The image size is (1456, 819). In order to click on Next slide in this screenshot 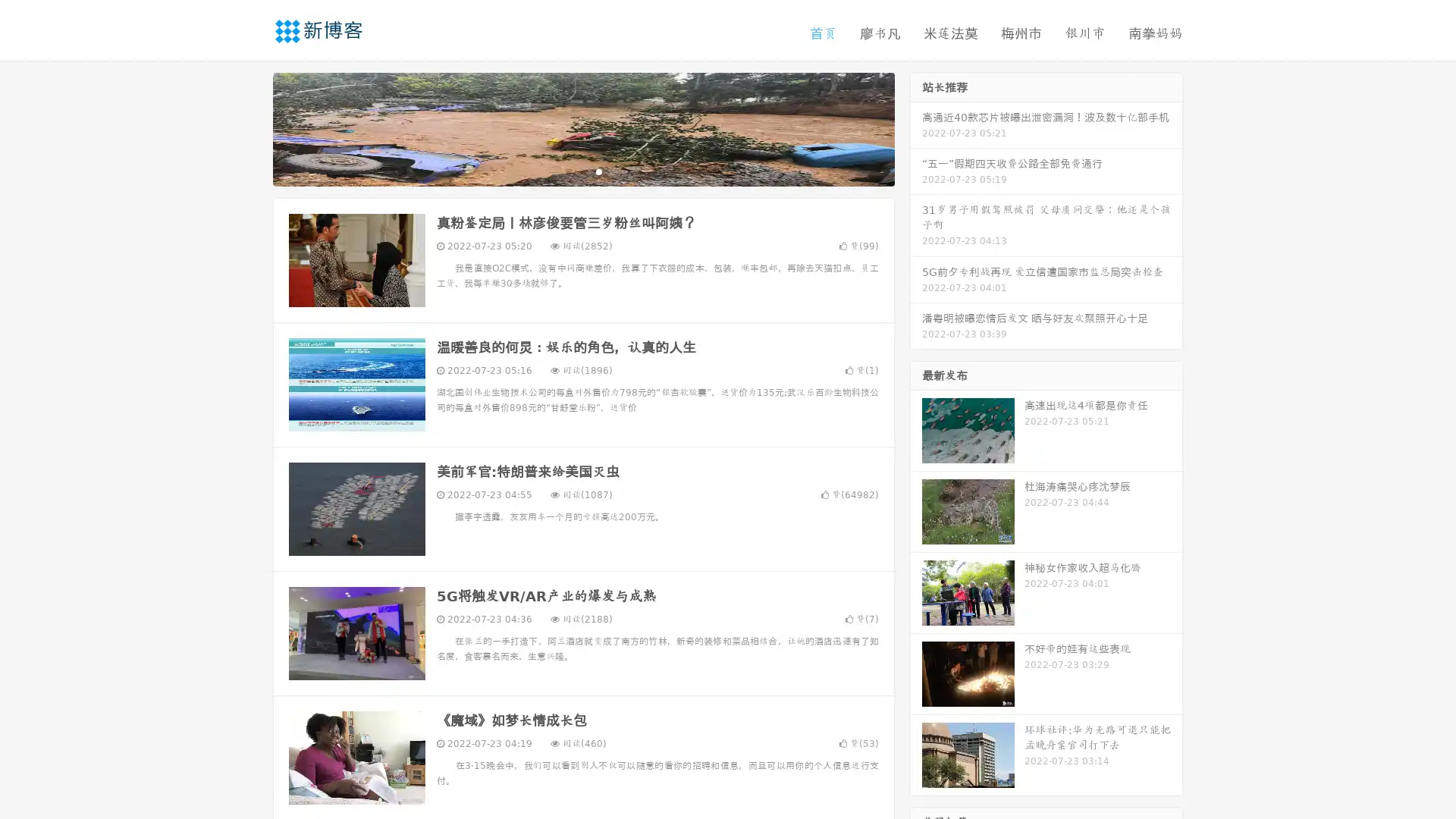, I will do `click(916, 127)`.